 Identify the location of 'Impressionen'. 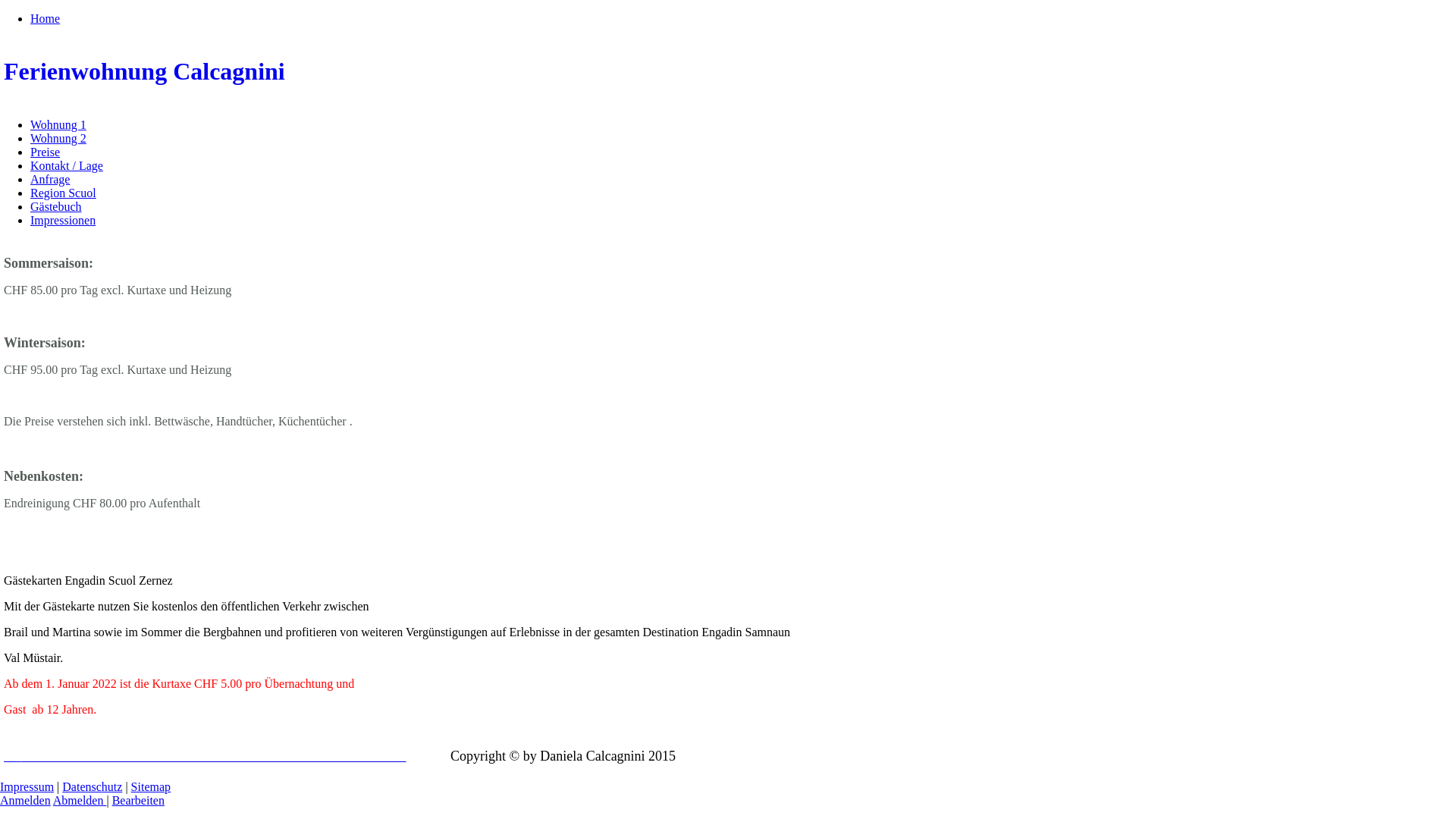
(61, 220).